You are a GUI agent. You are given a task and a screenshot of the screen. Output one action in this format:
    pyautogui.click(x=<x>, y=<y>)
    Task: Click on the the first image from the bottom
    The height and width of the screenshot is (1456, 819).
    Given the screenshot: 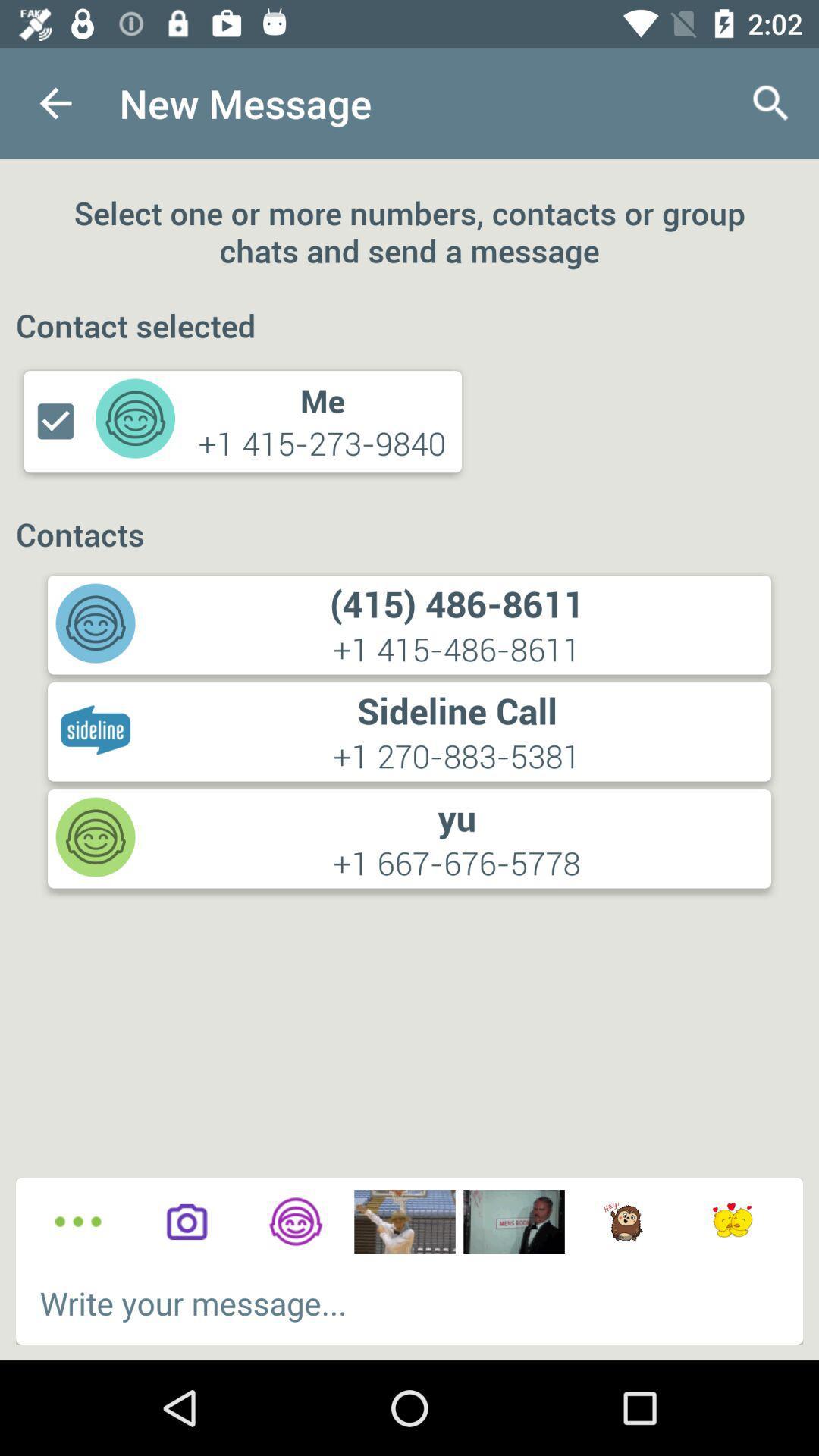 What is the action you would take?
    pyautogui.click(x=403, y=1222)
    